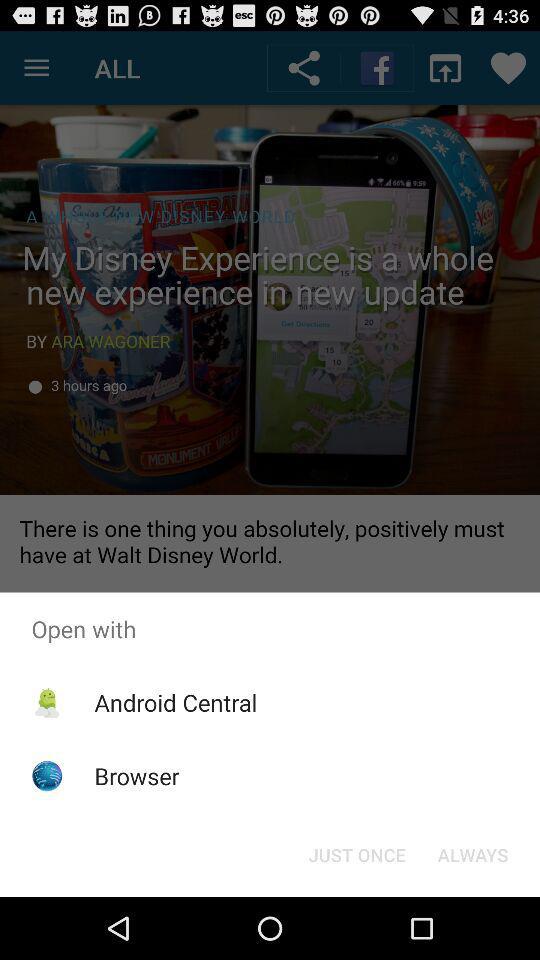  What do you see at coordinates (175, 702) in the screenshot?
I see `the item below the open with item` at bounding box center [175, 702].